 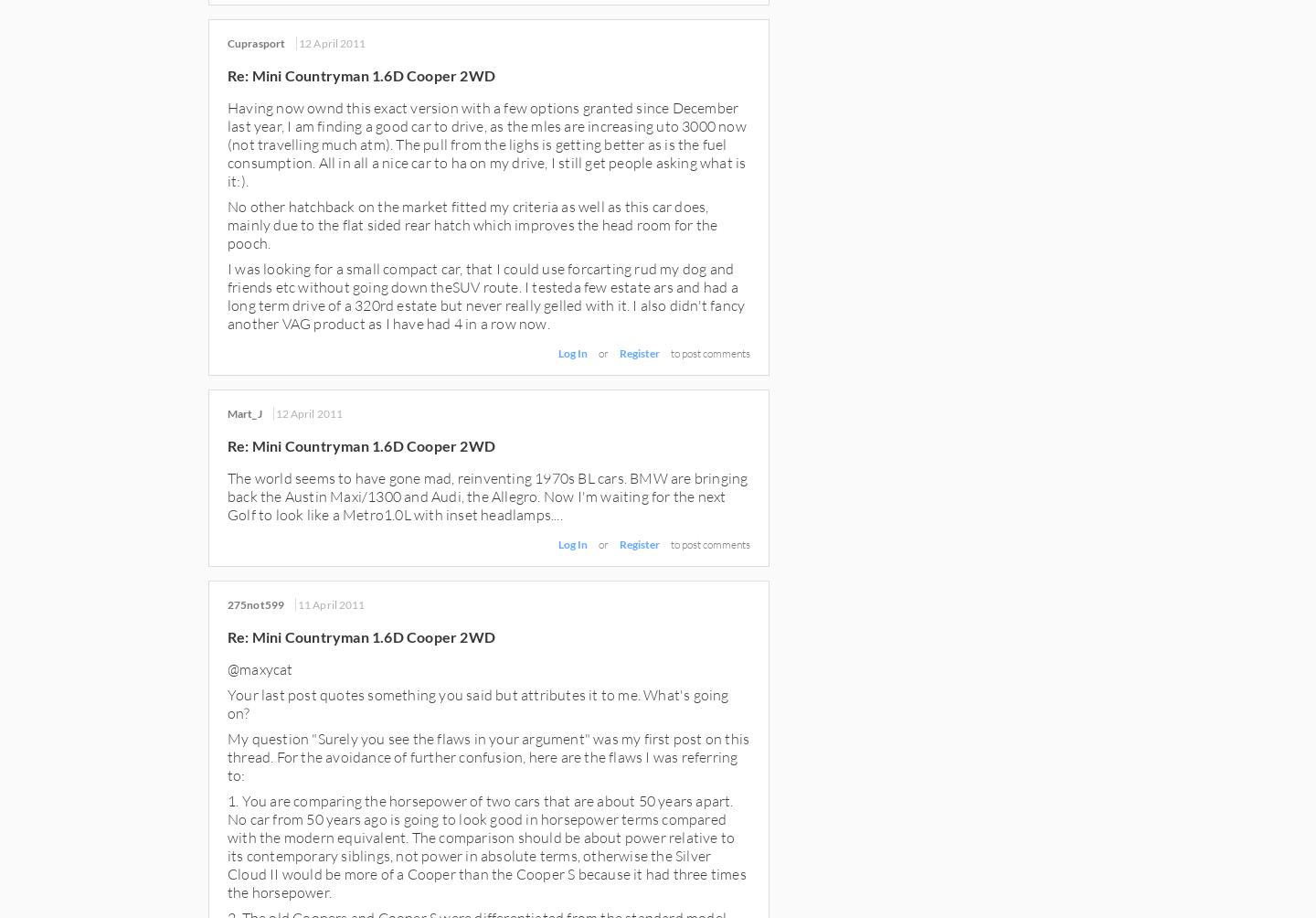 I want to click on 'I was looking for a small compact car, that I could use forcarting rud my dog and friends etc without going down theSUV route. I testeda few estate ars and had a long term drive of a 320rd estate but never really gelled with it. I also didn't fancy another VAG product as I have had 4 in a row now.', so click(x=484, y=295).